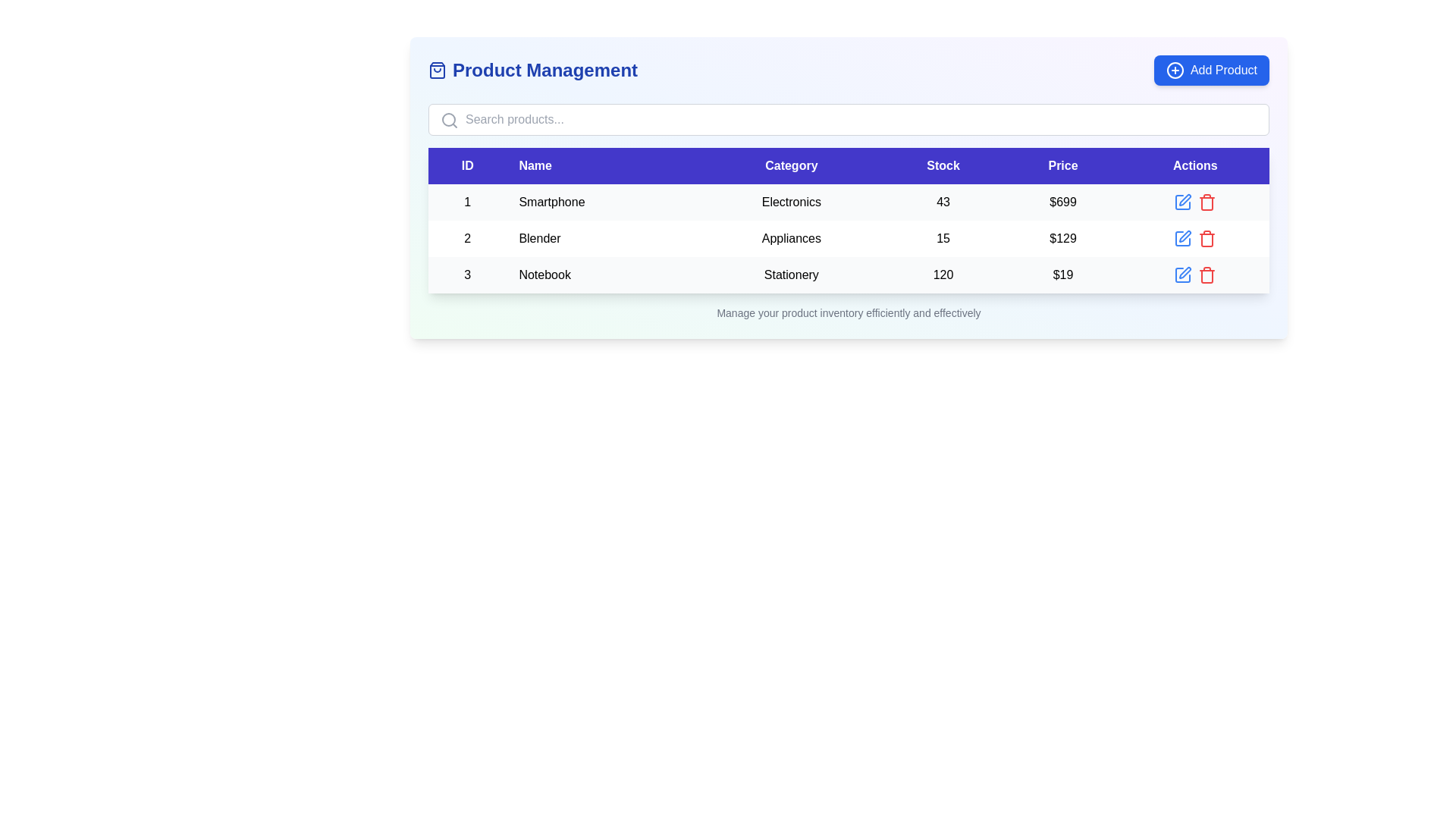  What do you see at coordinates (466, 275) in the screenshot?
I see `text '3' from the numerical value displayed in the top-left corner of the third row under the 'ID' column in the table` at bounding box center [466, 275].